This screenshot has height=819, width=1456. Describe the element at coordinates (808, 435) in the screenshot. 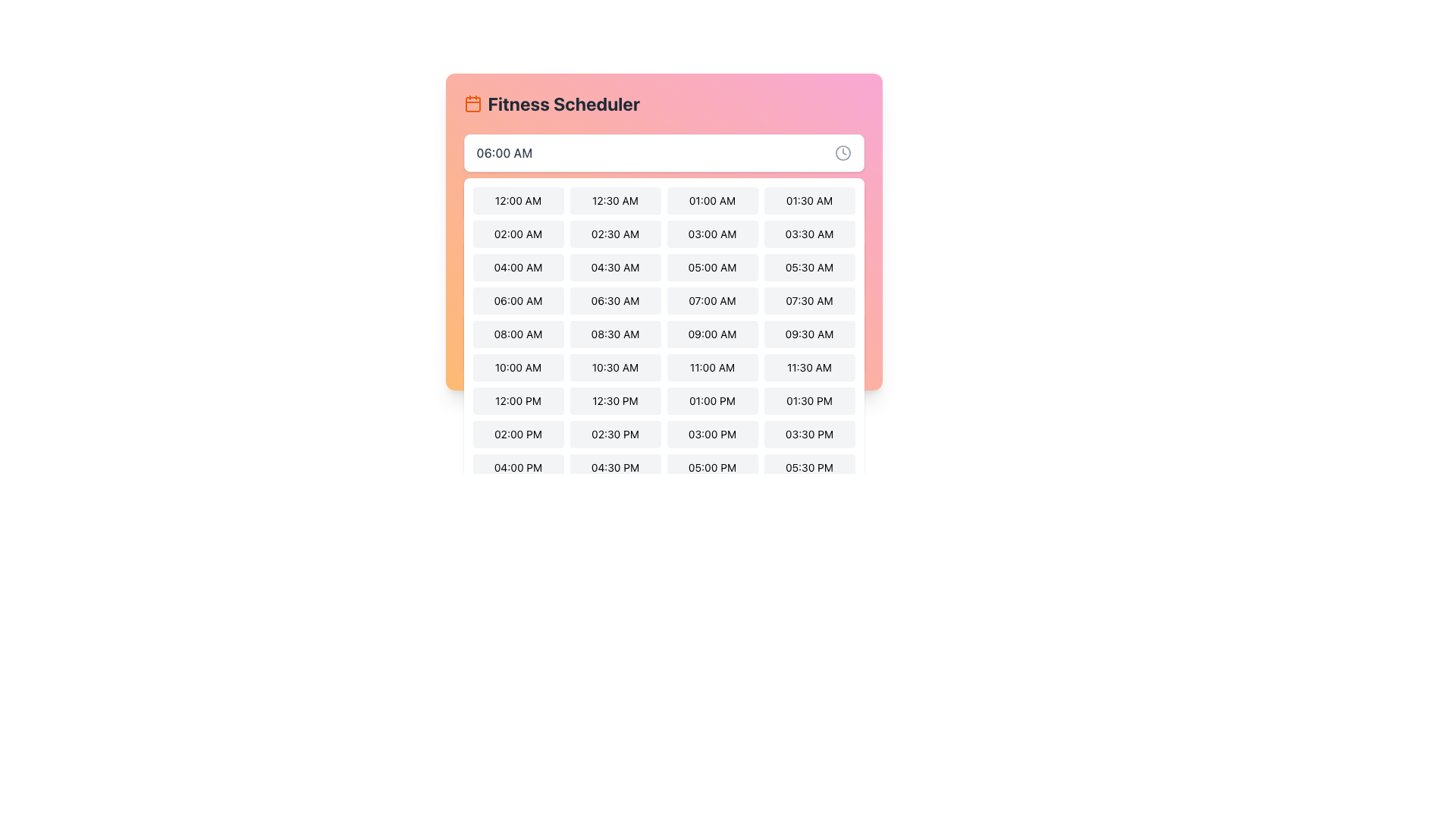

I see `the selectable time slot button displaying '03:30 PM' located in the 4th column of the 8th row of the grid in the Fitness Scheduler interface` at that location.